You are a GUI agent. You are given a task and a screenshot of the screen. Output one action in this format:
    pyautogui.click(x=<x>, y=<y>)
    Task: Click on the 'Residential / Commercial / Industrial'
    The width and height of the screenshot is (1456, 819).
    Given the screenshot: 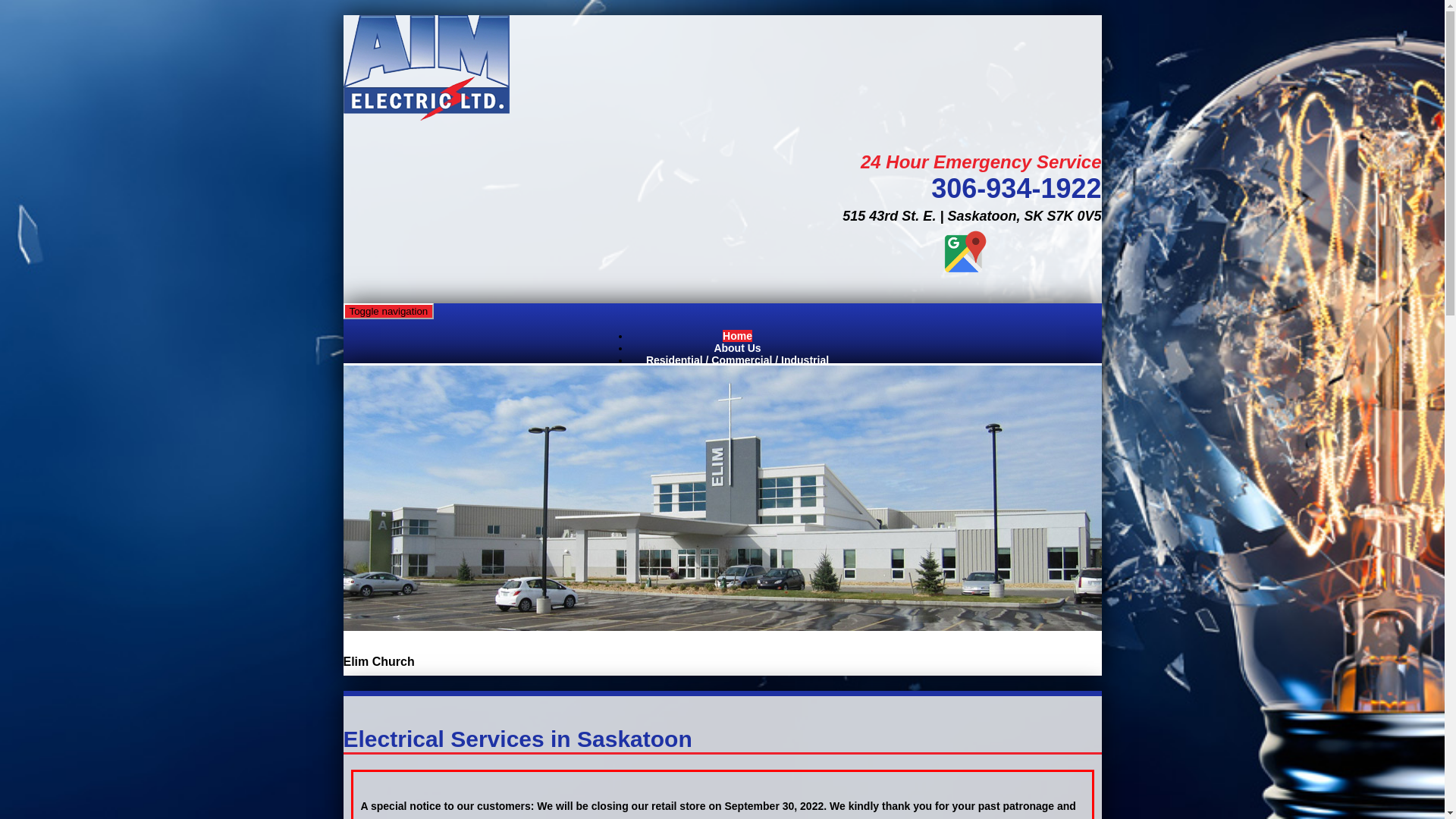 What is the action you would take?
    pyautogui.click(x=737, y=359)
    